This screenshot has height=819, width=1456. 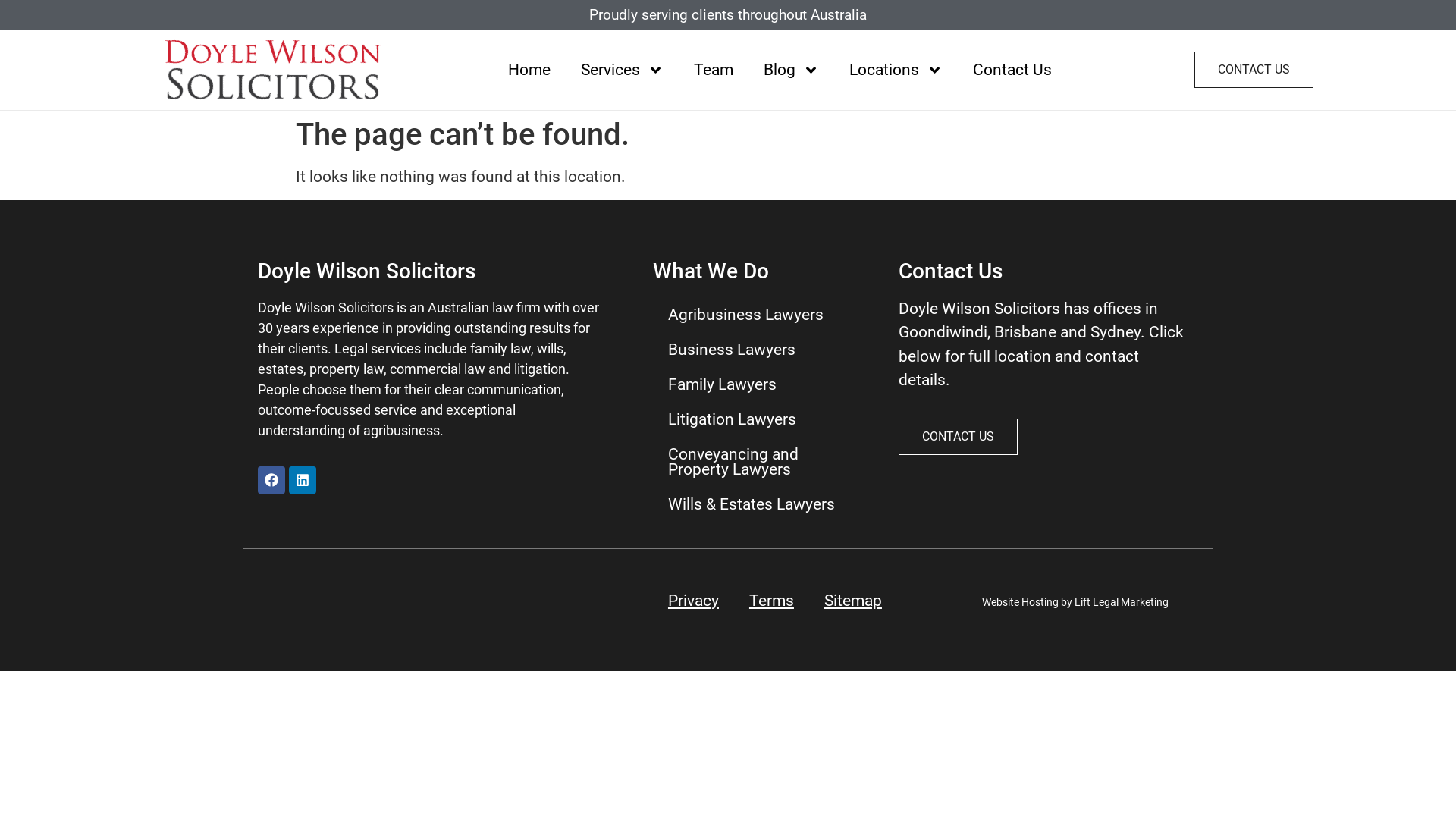 I want to click on 'Business Lawyers', so click(x=761, y=350).